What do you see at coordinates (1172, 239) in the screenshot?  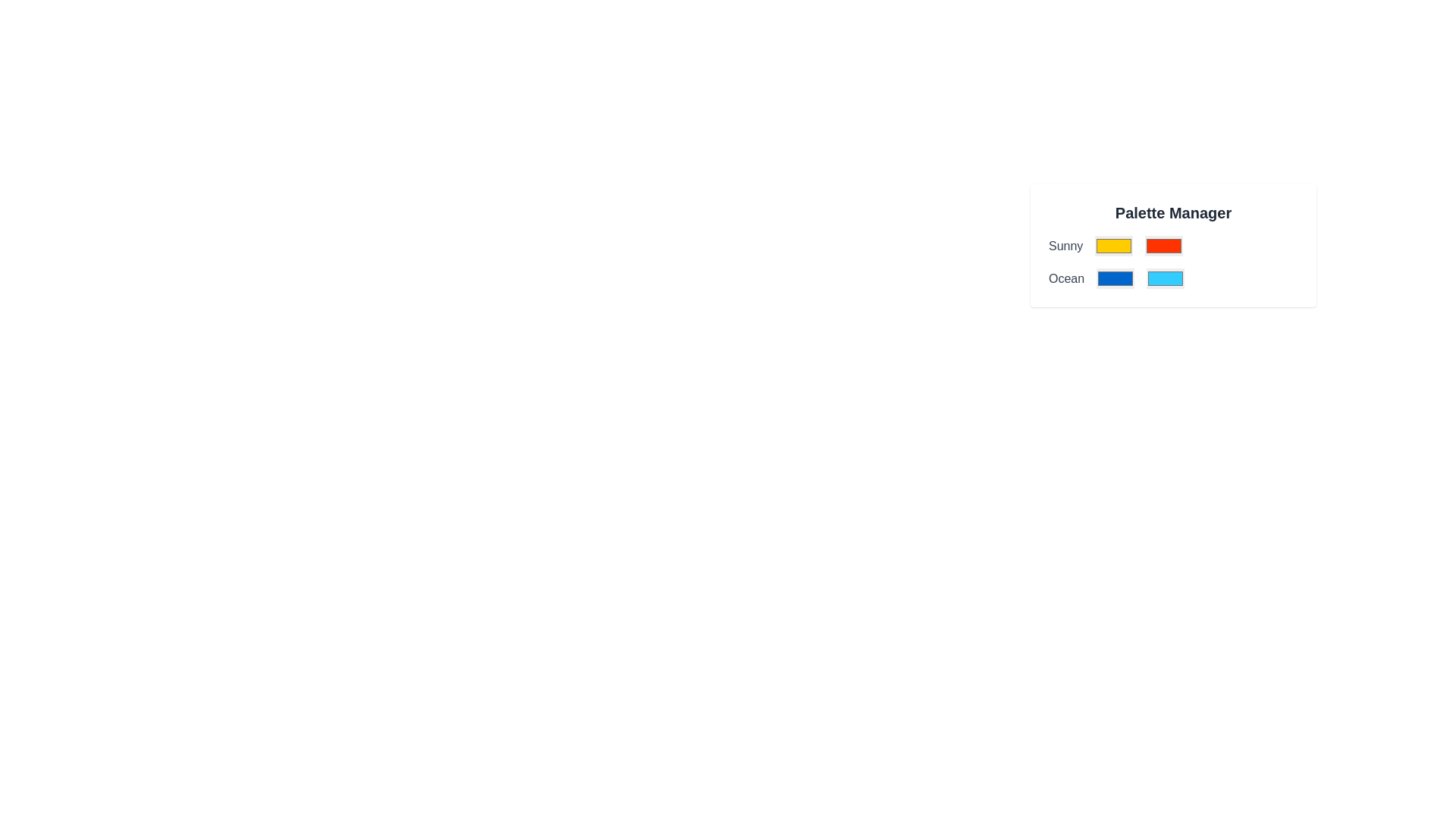 I see `the second color box from the left labeled 'Sunny' in the Palette Manager interface, which represents the color red` at bounding box center [1172, 239].